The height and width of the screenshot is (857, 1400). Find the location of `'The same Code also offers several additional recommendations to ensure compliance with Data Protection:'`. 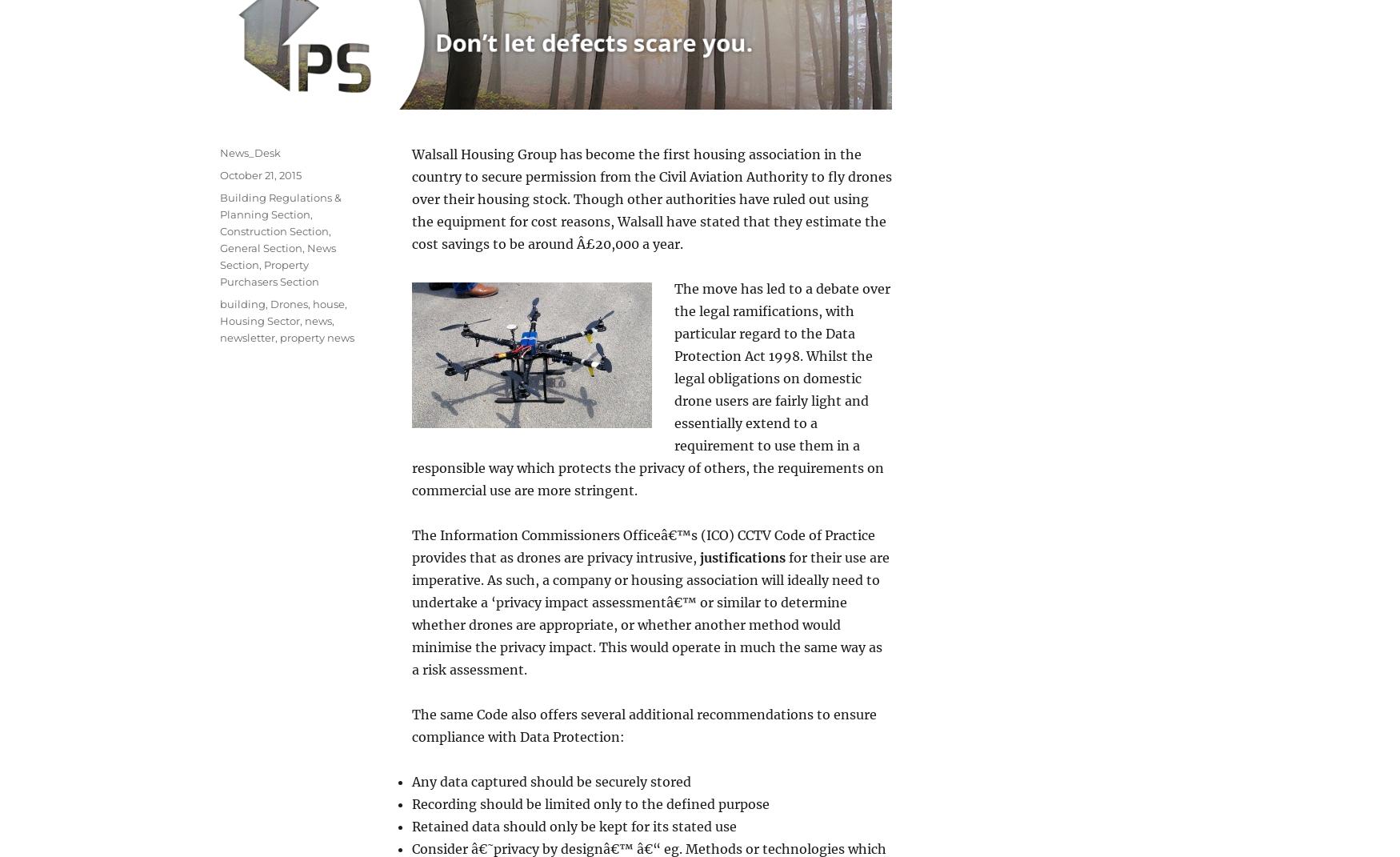

'The same Code also offers several additional recommendations to ensure compliance with Data Protection:' is located at coordinates (643, 724).